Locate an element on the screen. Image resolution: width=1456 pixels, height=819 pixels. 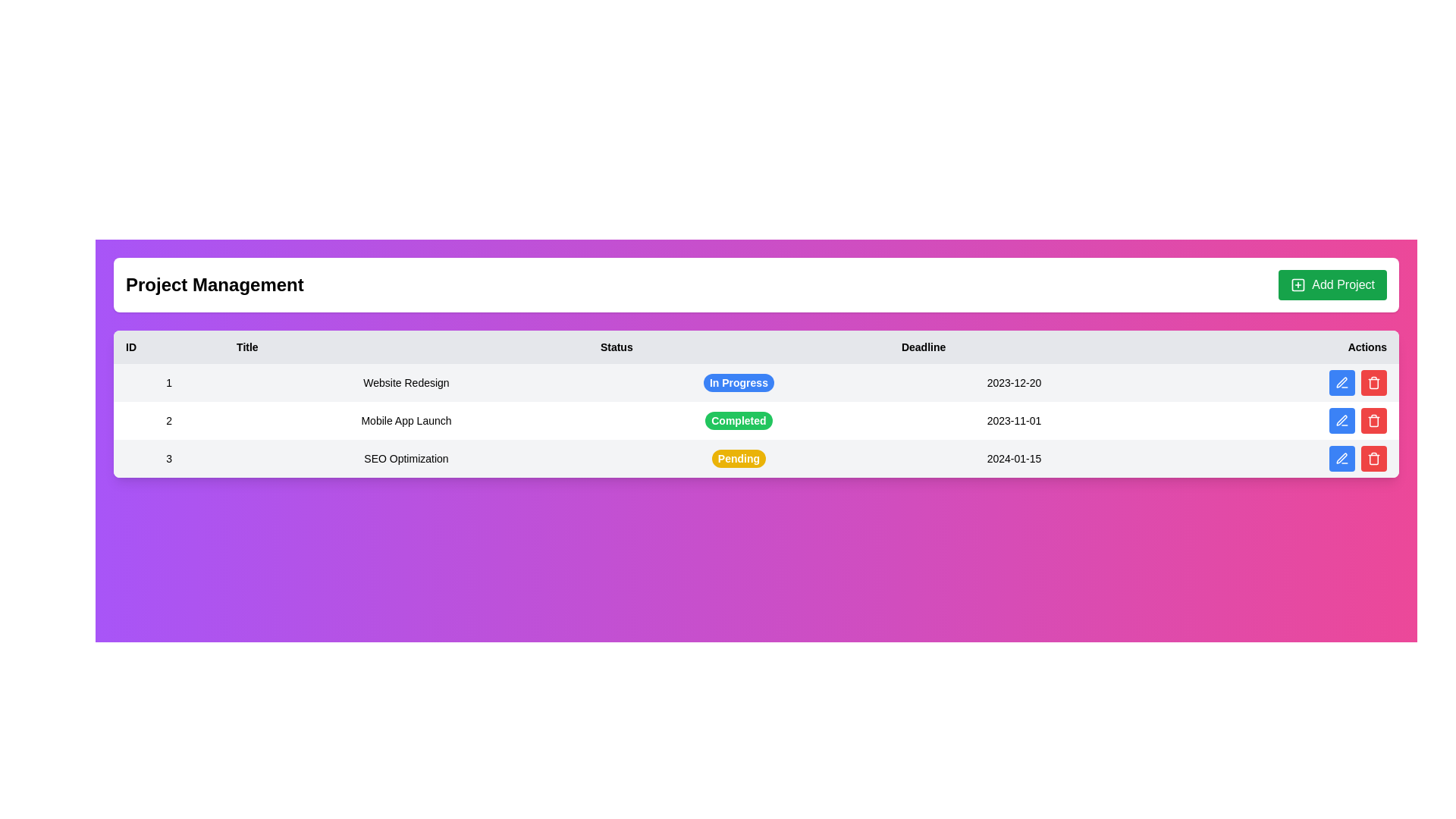
the pen icon located inside the blue circular button in the last row of the table under the 'Actions' column is located at coordinates (1342, 458).